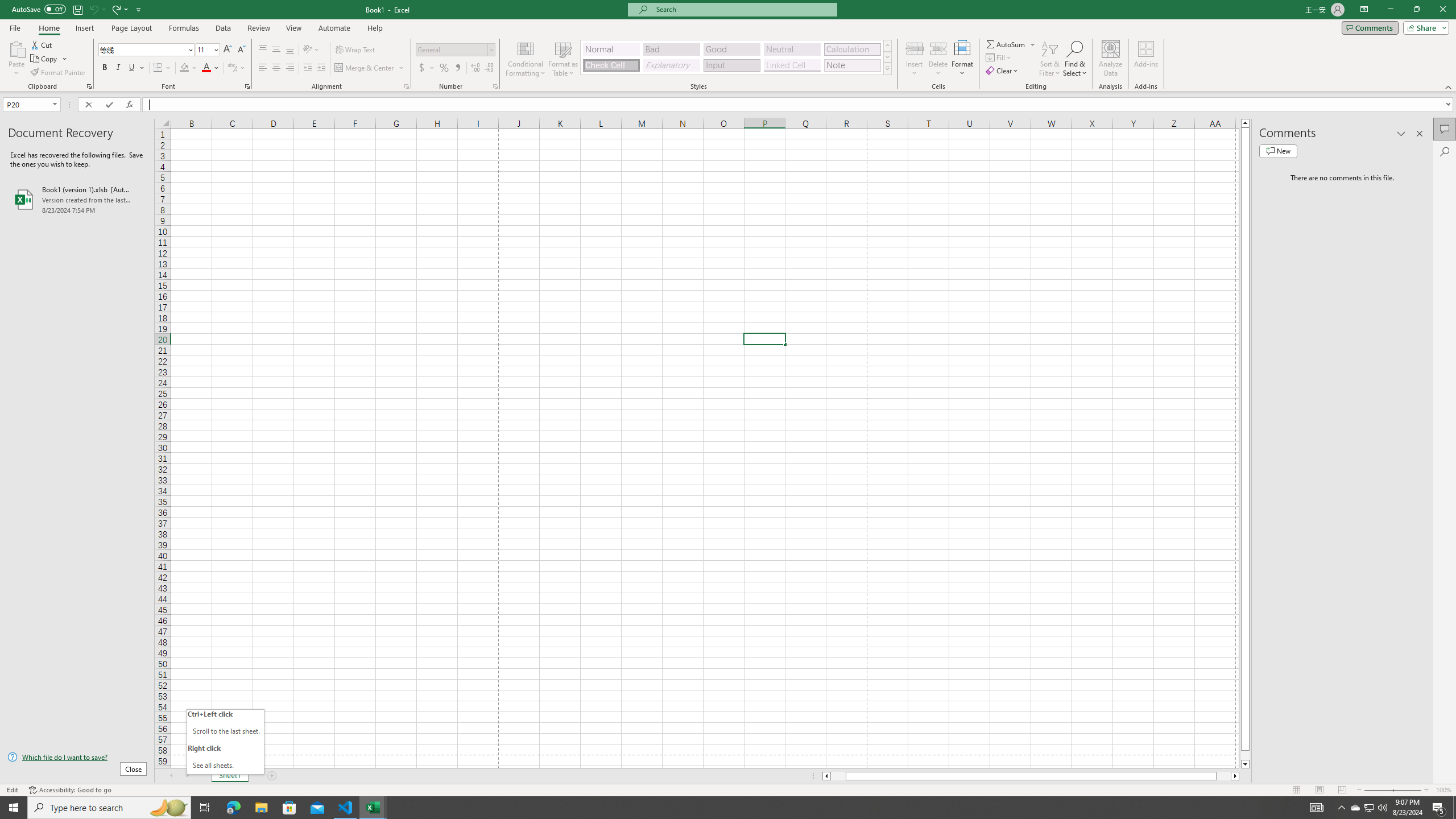  Describe the element at coordinates (851, 65) in the screenshot. I see `'Note'` at that location.